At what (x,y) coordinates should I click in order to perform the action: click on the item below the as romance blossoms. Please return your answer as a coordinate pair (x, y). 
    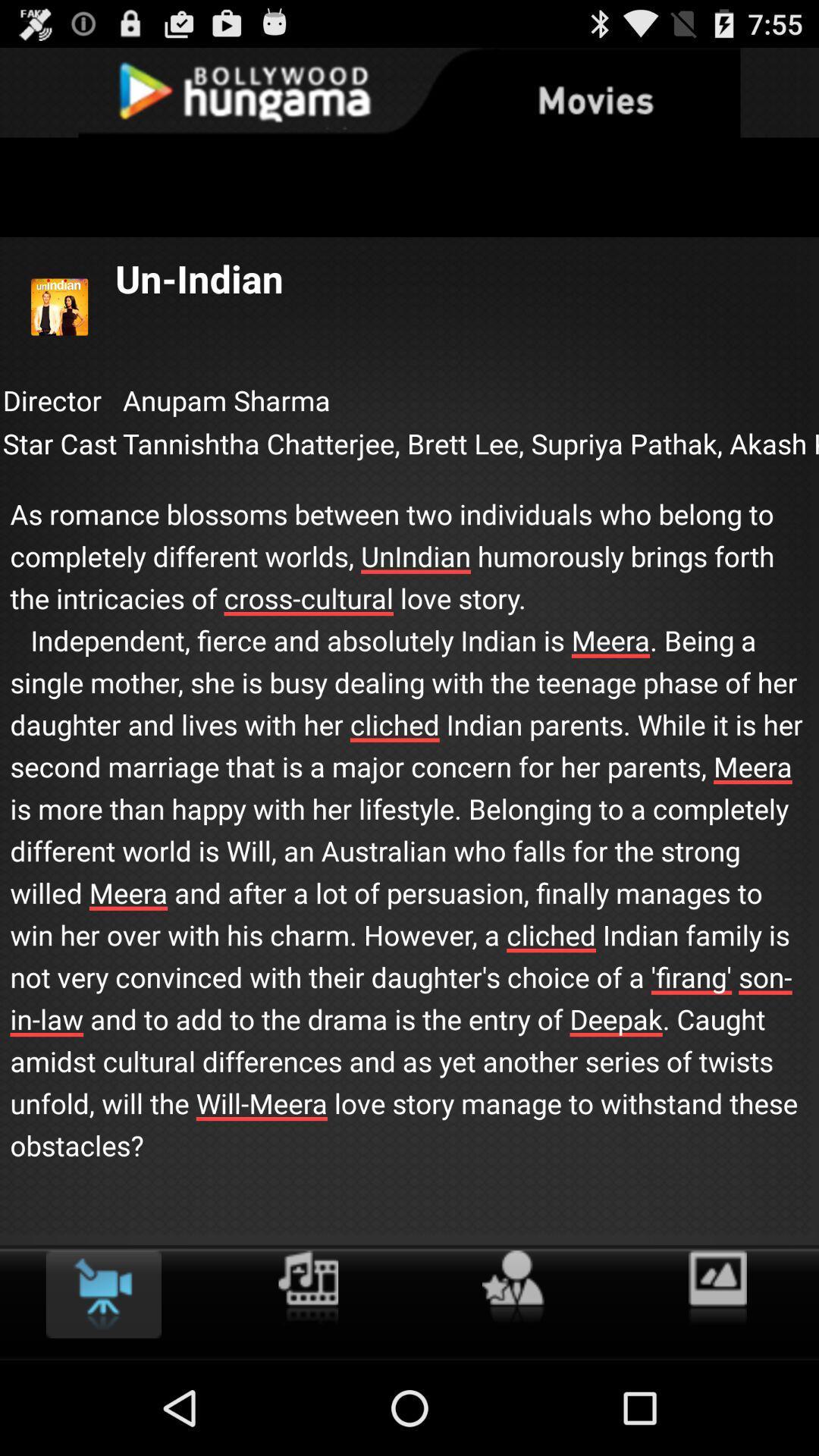
    Looking at the image, I should click on (102, 1294).